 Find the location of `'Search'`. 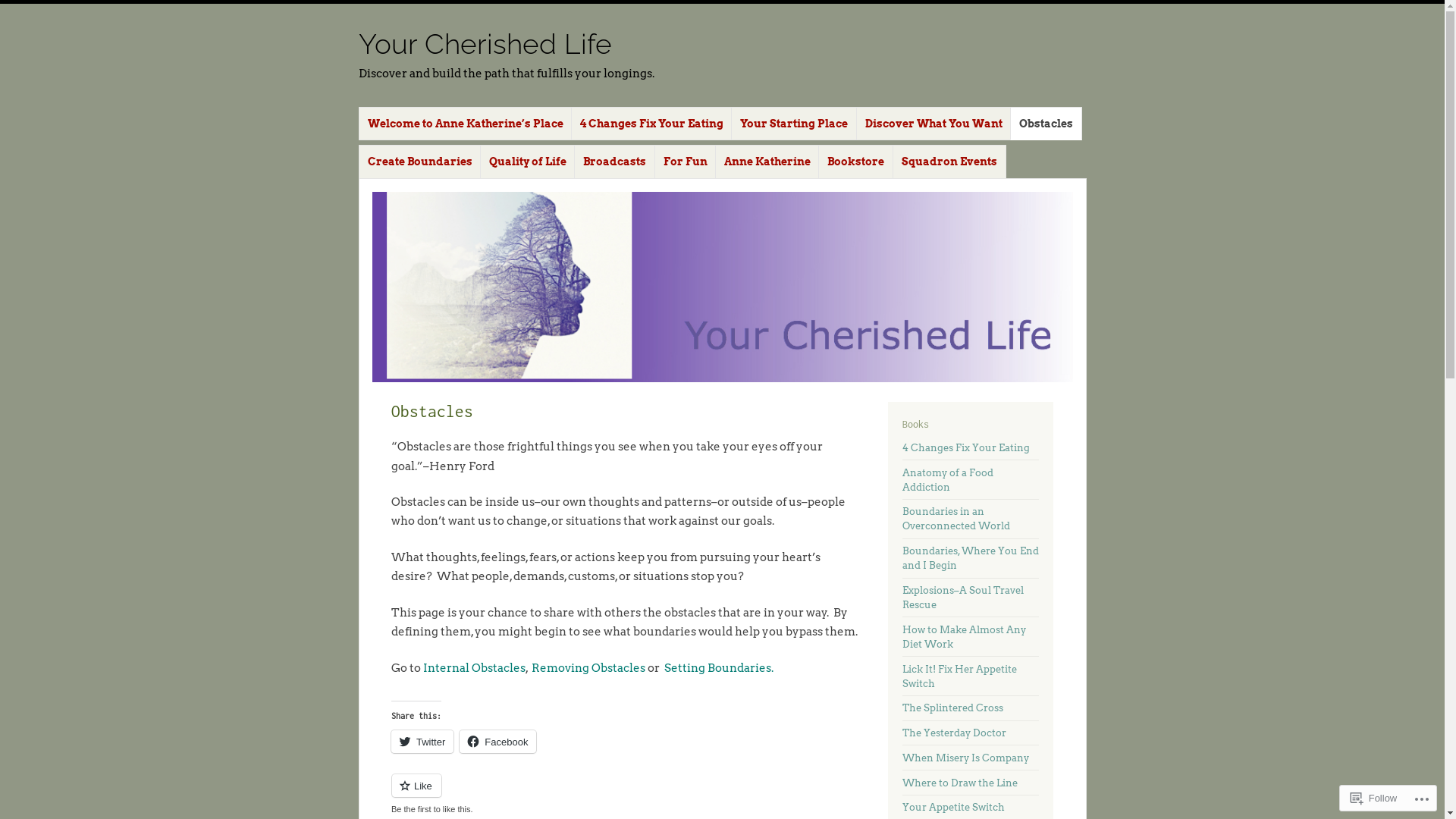

'Search' is located at coordinates (21, 8).